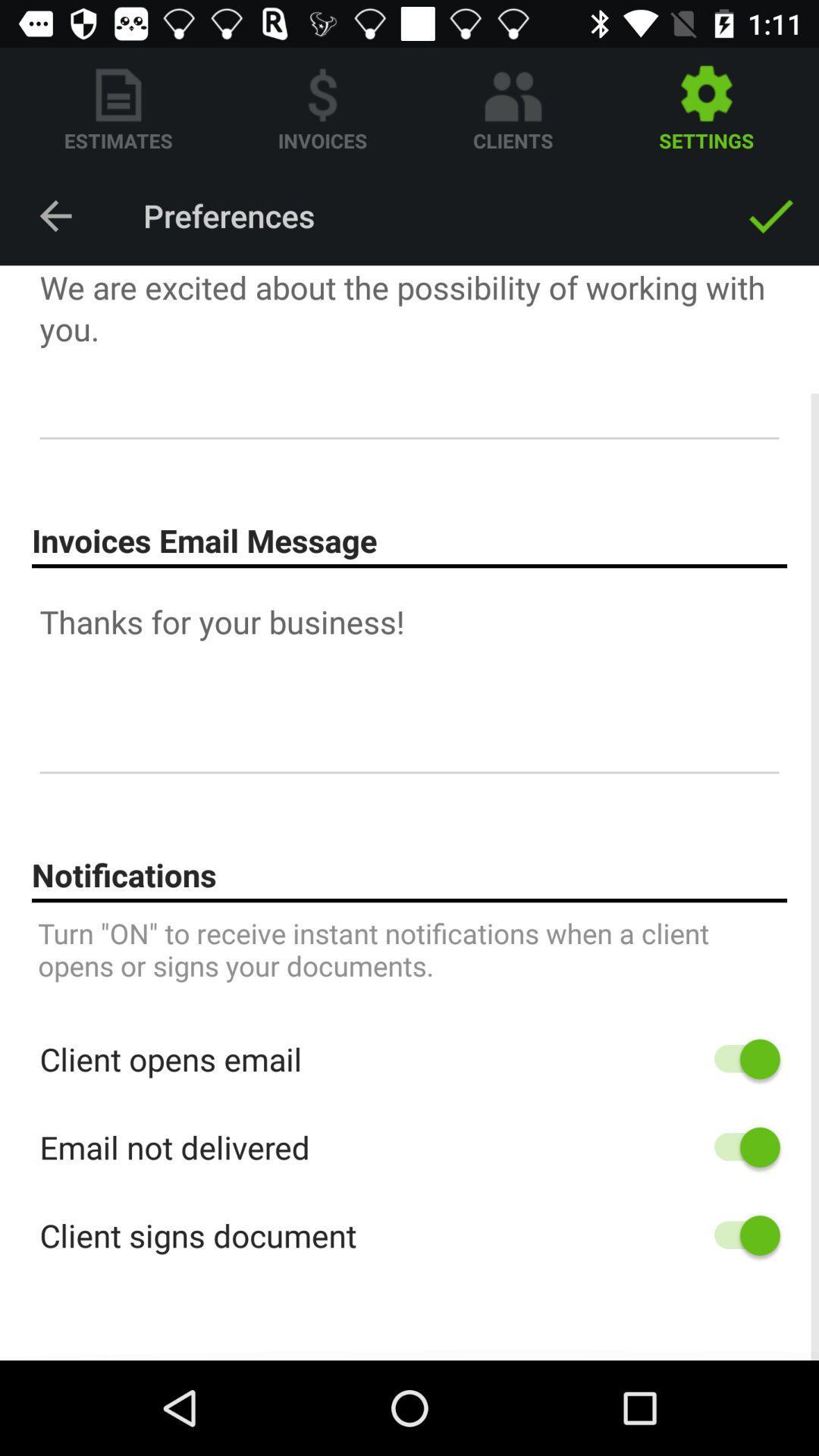  I want to click on push to select a option, so click(739, 1235).